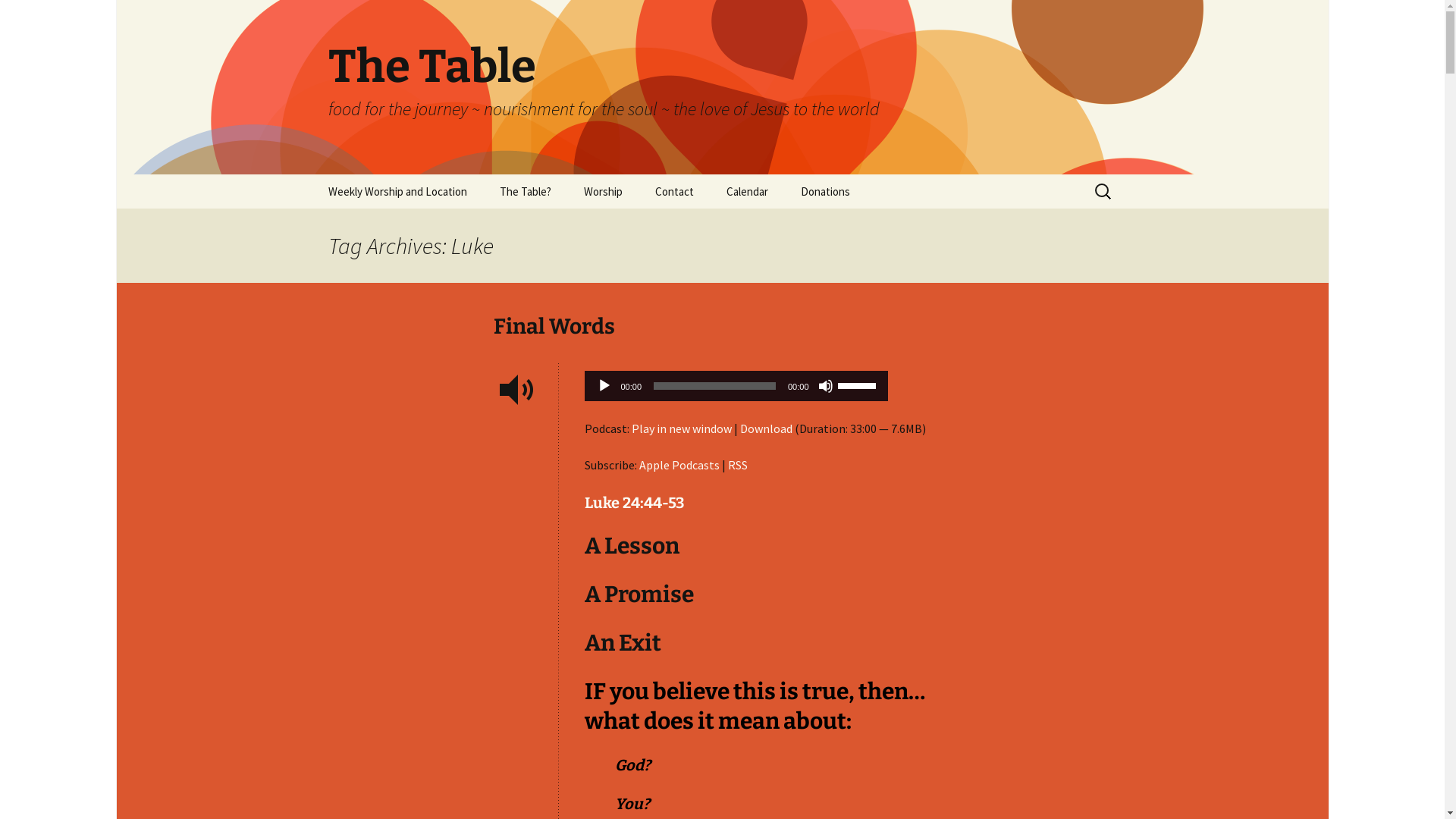 This screenshot has width=1456, height=819. What do you see at coordinates (633, 503) in the screenshot?
I see `'Luke 24:44-53'` at bounding box center [633, 503].